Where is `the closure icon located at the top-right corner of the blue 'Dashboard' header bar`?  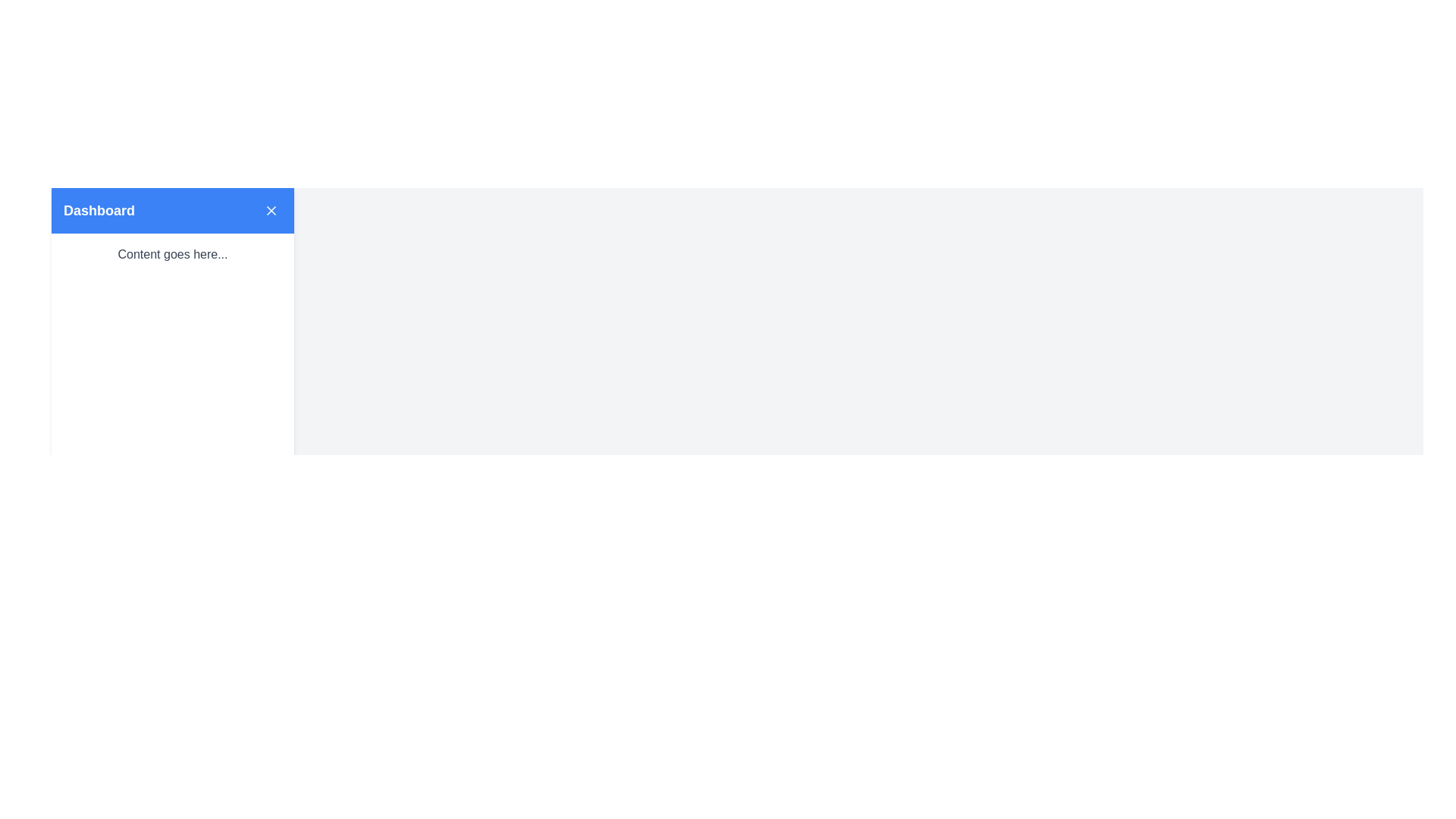
the closure icon located at the top-right corner of the blue 'Dashboard' header bar is located at coordinates (271, 210).